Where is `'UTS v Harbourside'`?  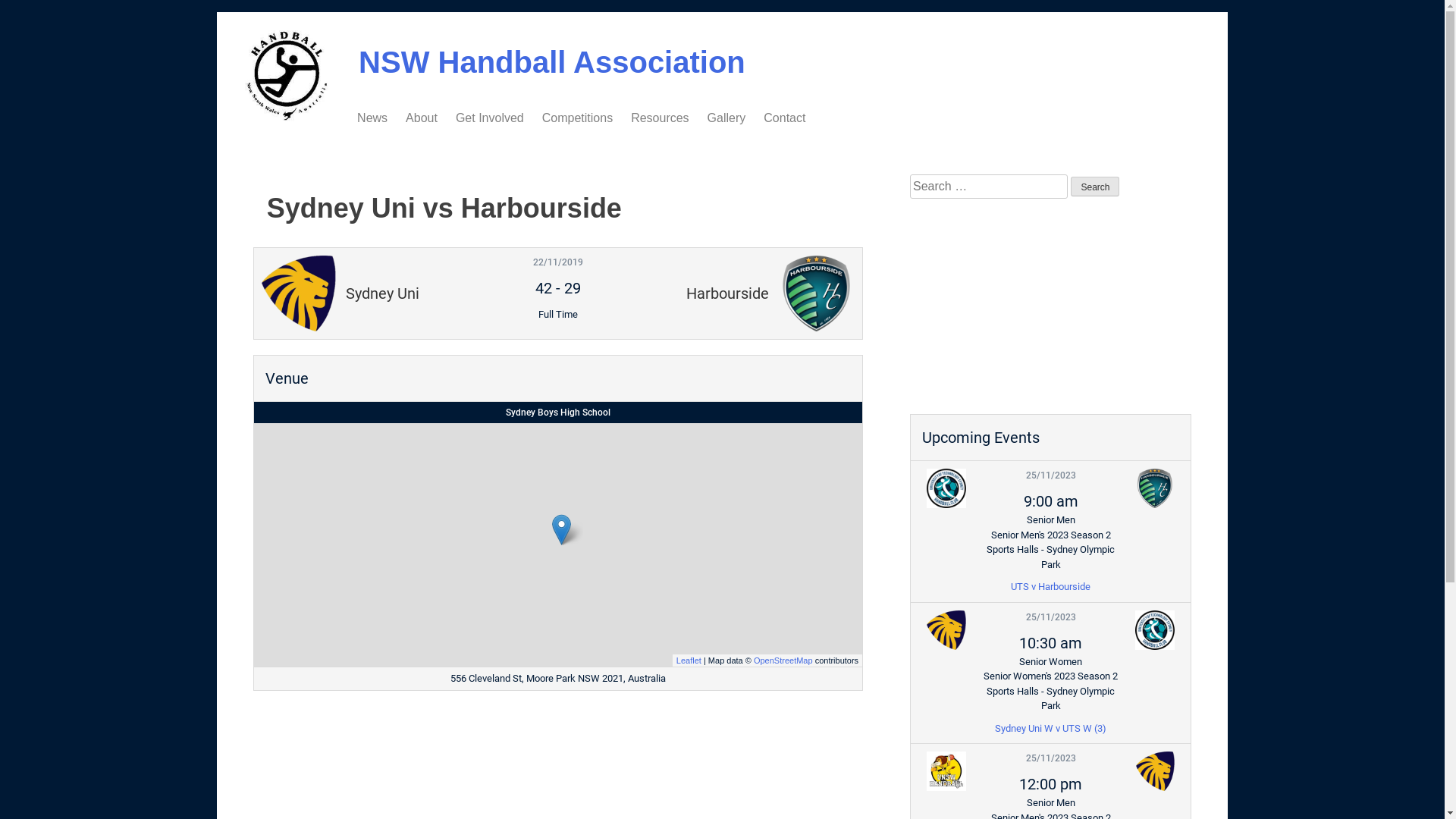 'UTS v Harbourside' is located at coordinates (1050, 585).